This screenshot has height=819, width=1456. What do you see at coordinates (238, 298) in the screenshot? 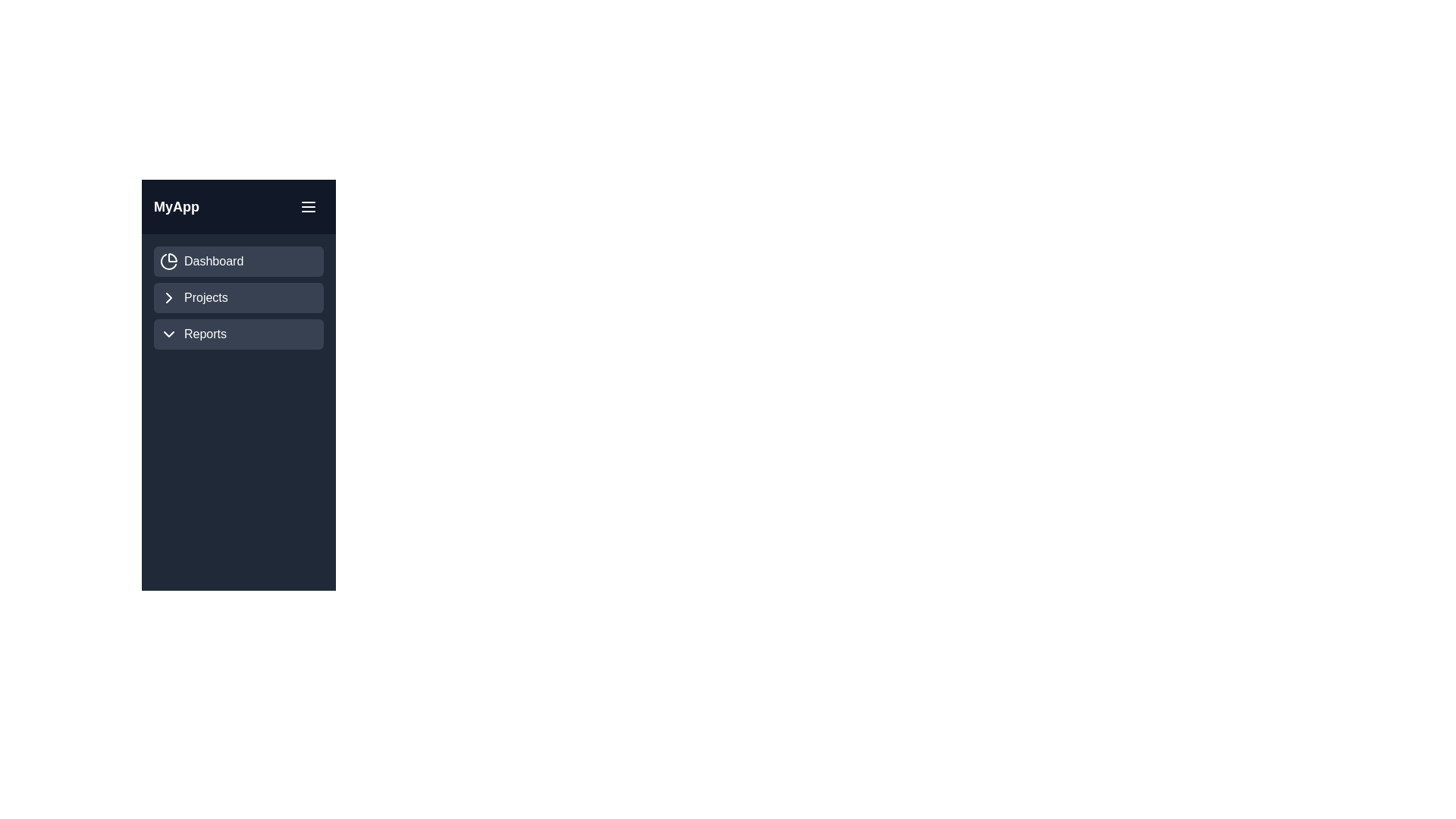
I see `the 'Projects' menu item` at bounding box center [238, 298].